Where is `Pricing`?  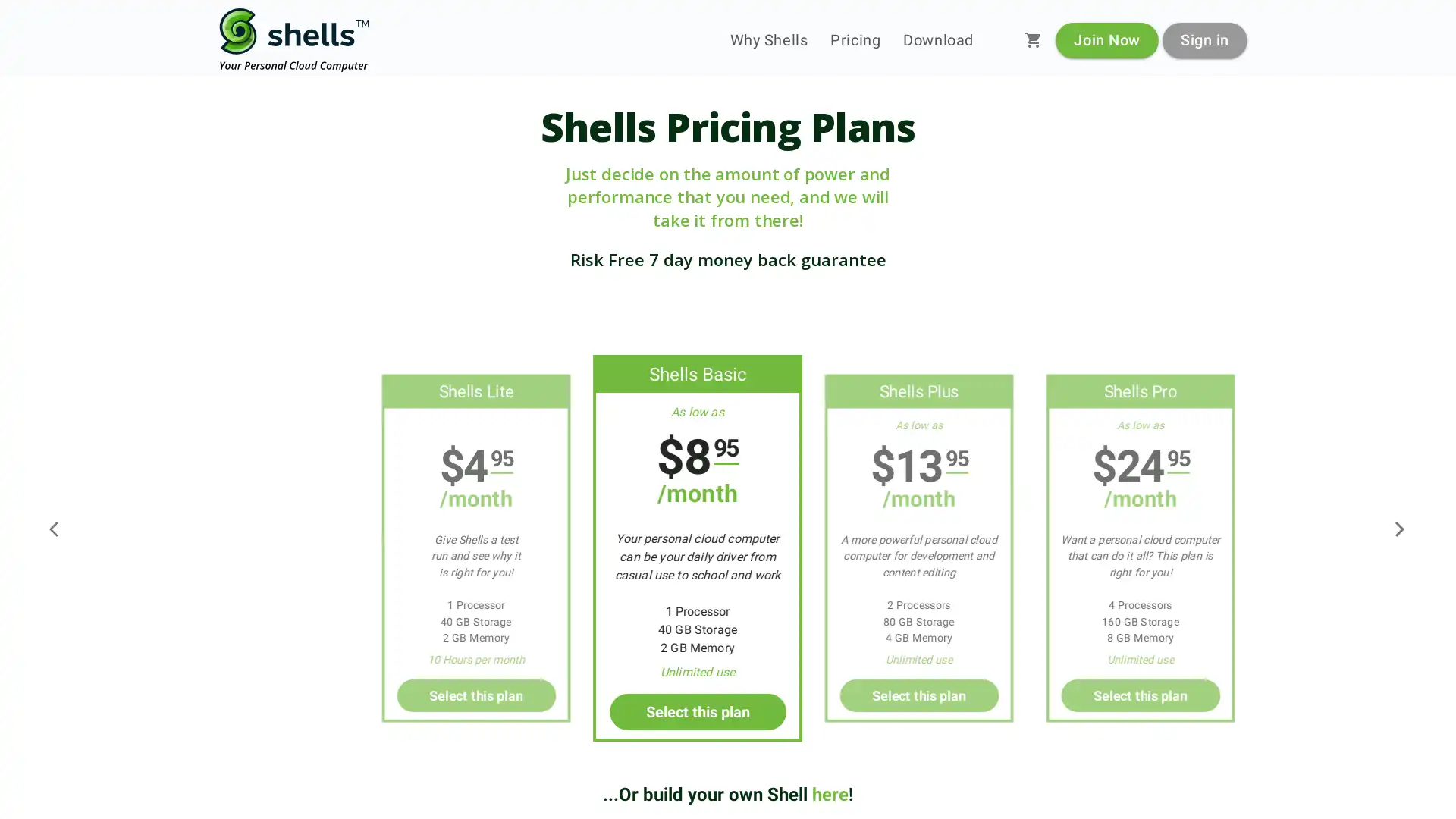
Pricing is located at coordinates (855, 39).